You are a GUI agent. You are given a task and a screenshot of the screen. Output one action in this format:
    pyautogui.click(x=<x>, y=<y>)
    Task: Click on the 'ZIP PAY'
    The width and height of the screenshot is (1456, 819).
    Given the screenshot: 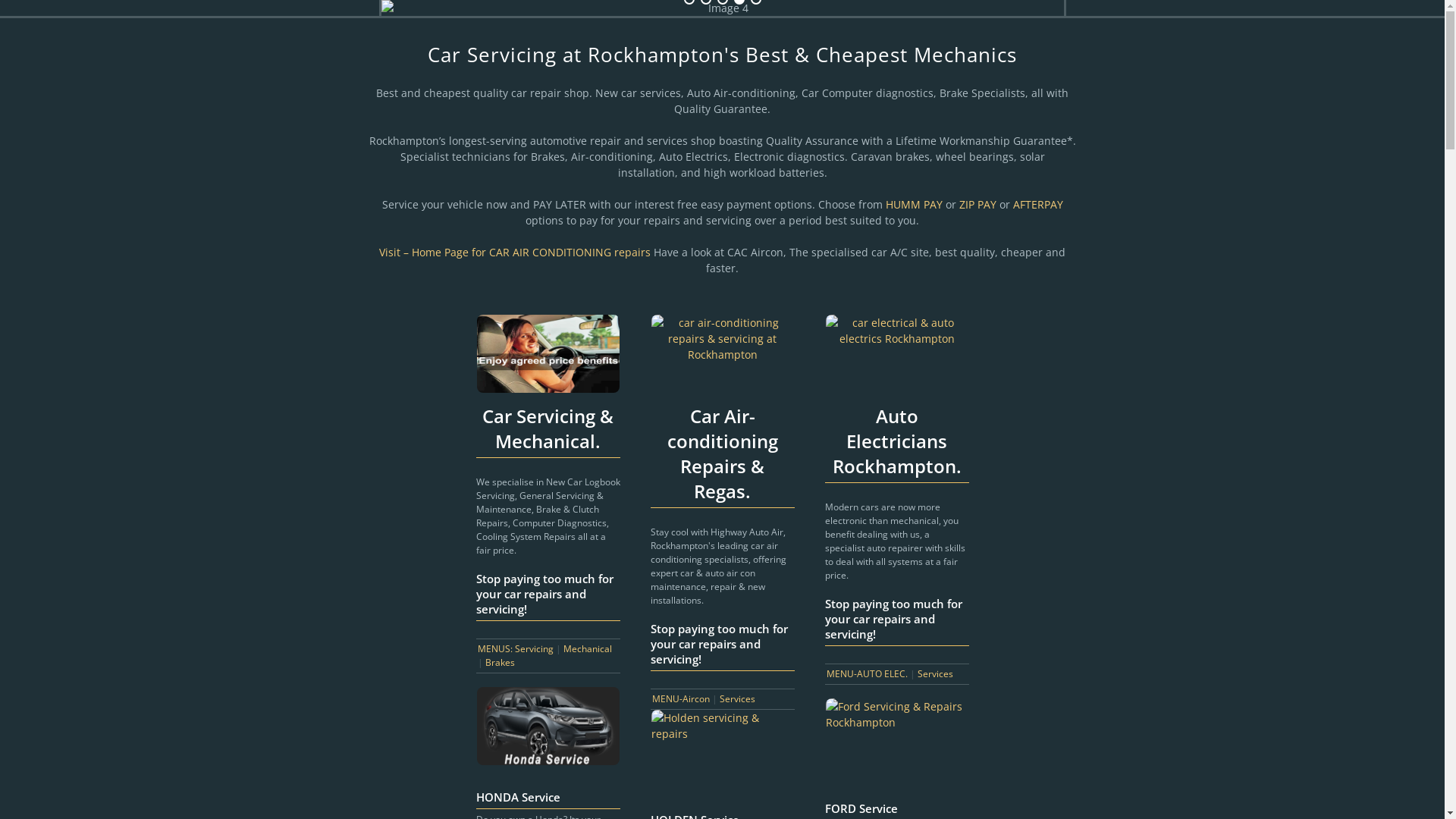 What is the action you would take?
    pyautogui.click(x=978, y=203)
    